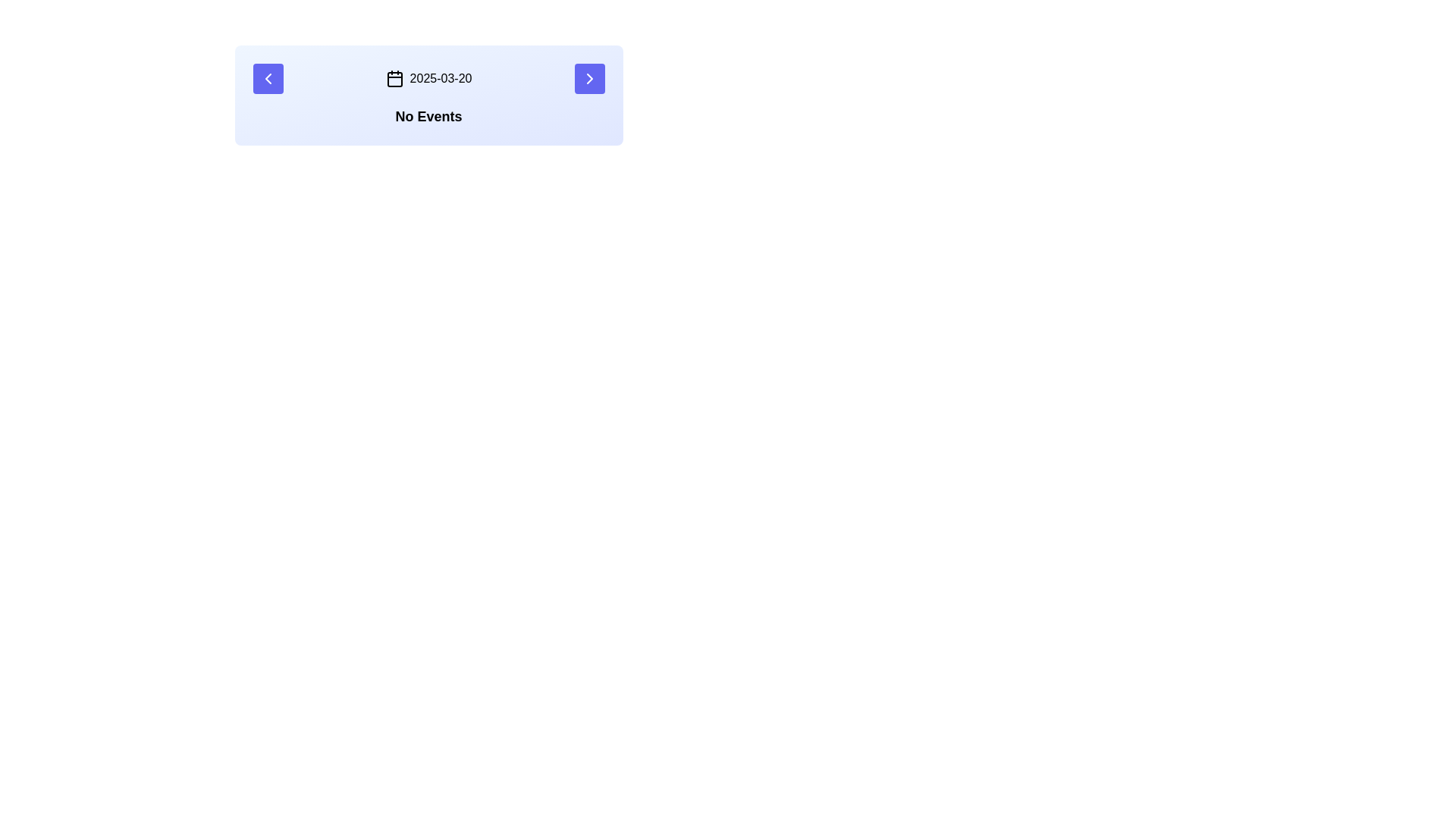  I want to click on the deep indigo button with a left-pointing chevron icon to observe the hover effect that darkens its background, so click(268, 79).